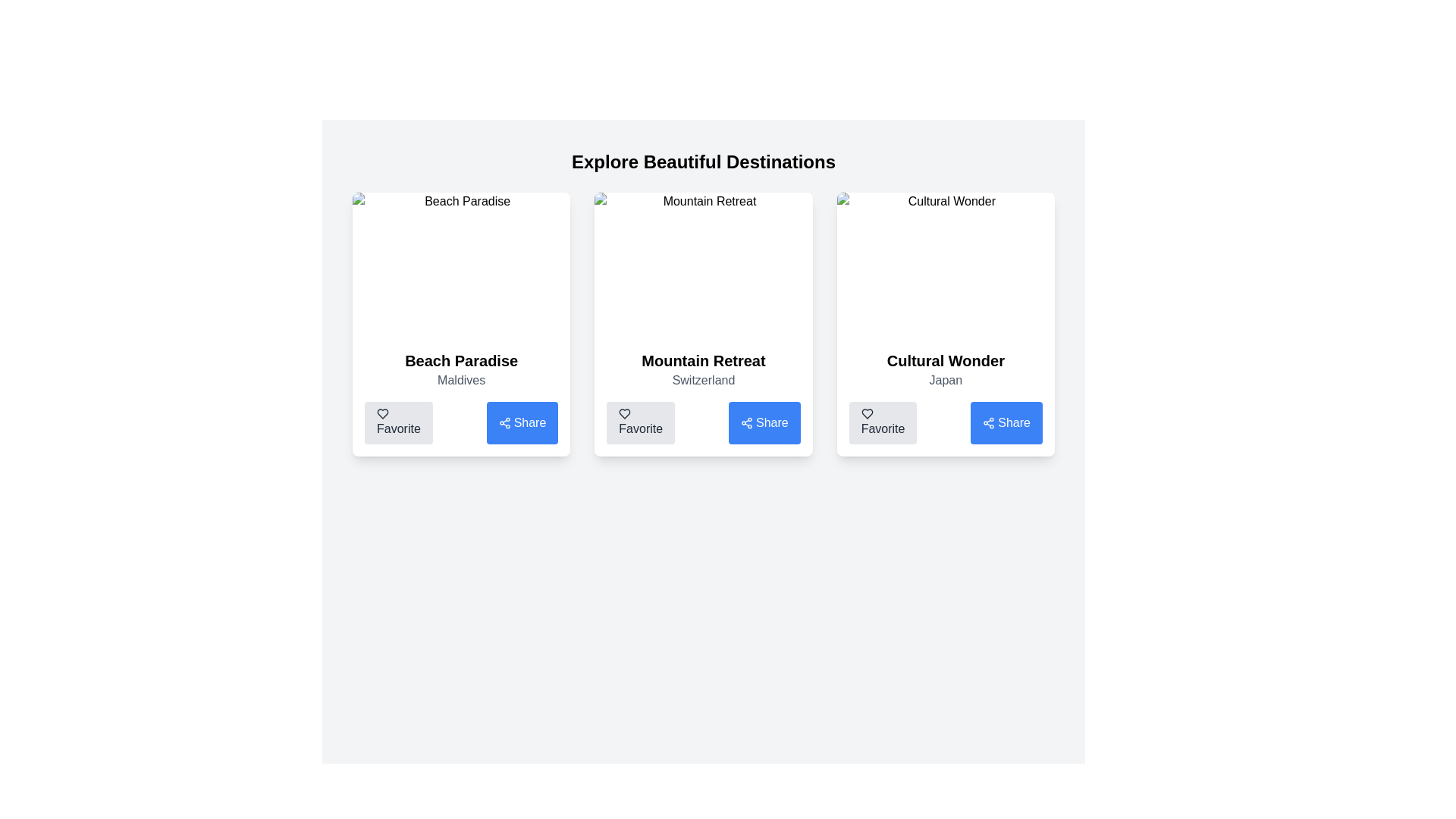 This screenshot has width=1456, height=819. Describe the element at coordinates (989, 423) in the screenshot. I see `the sharing icon located within the 'Share' button at the bottom-right corner of the 'Cultural Wonder' card in the 'Explore Beautiful Destinations' section` at that location.